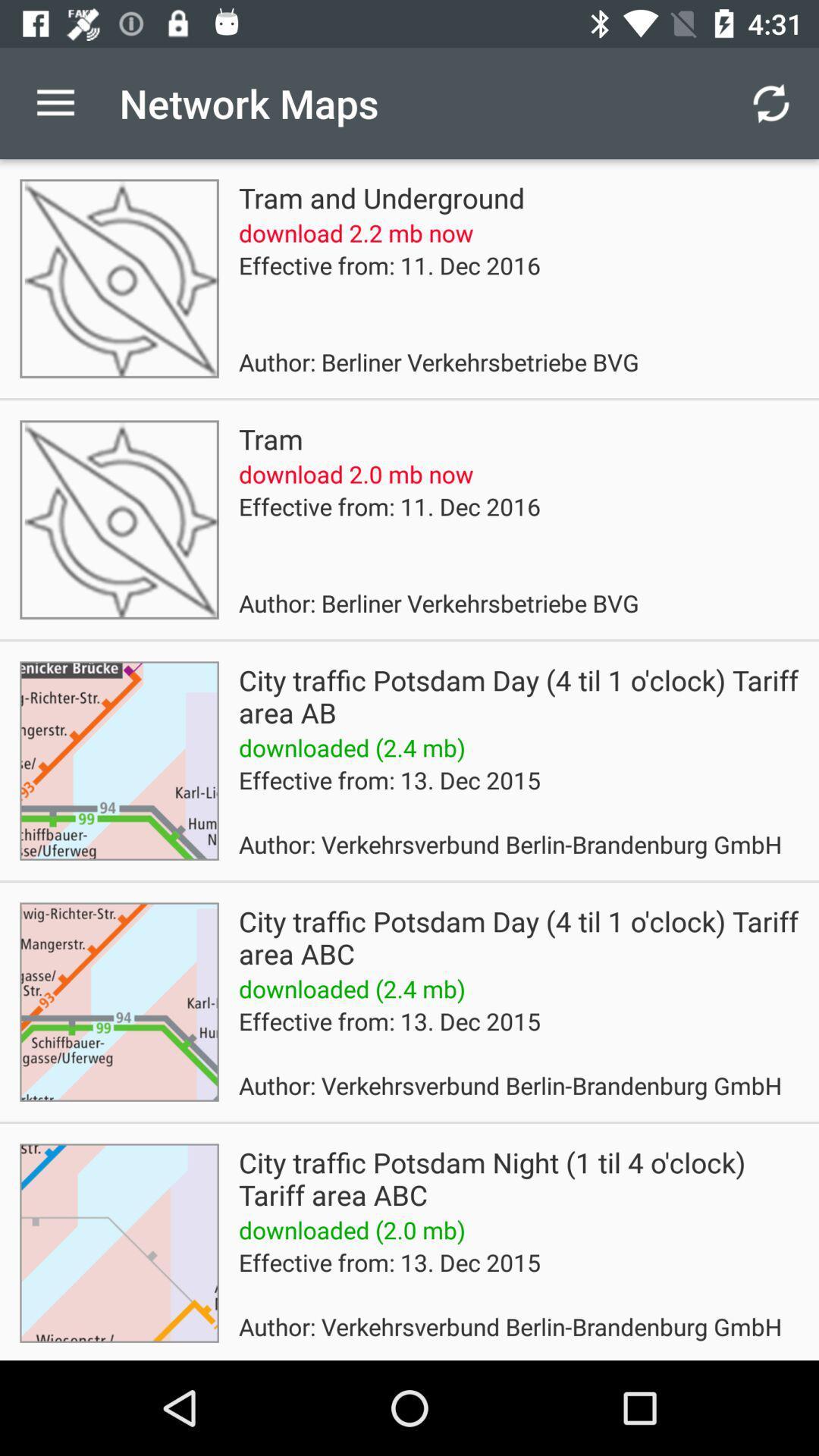  Describe the element at coordinates (381, 196) in the screenshot. I see `tram and underground item` at that location.